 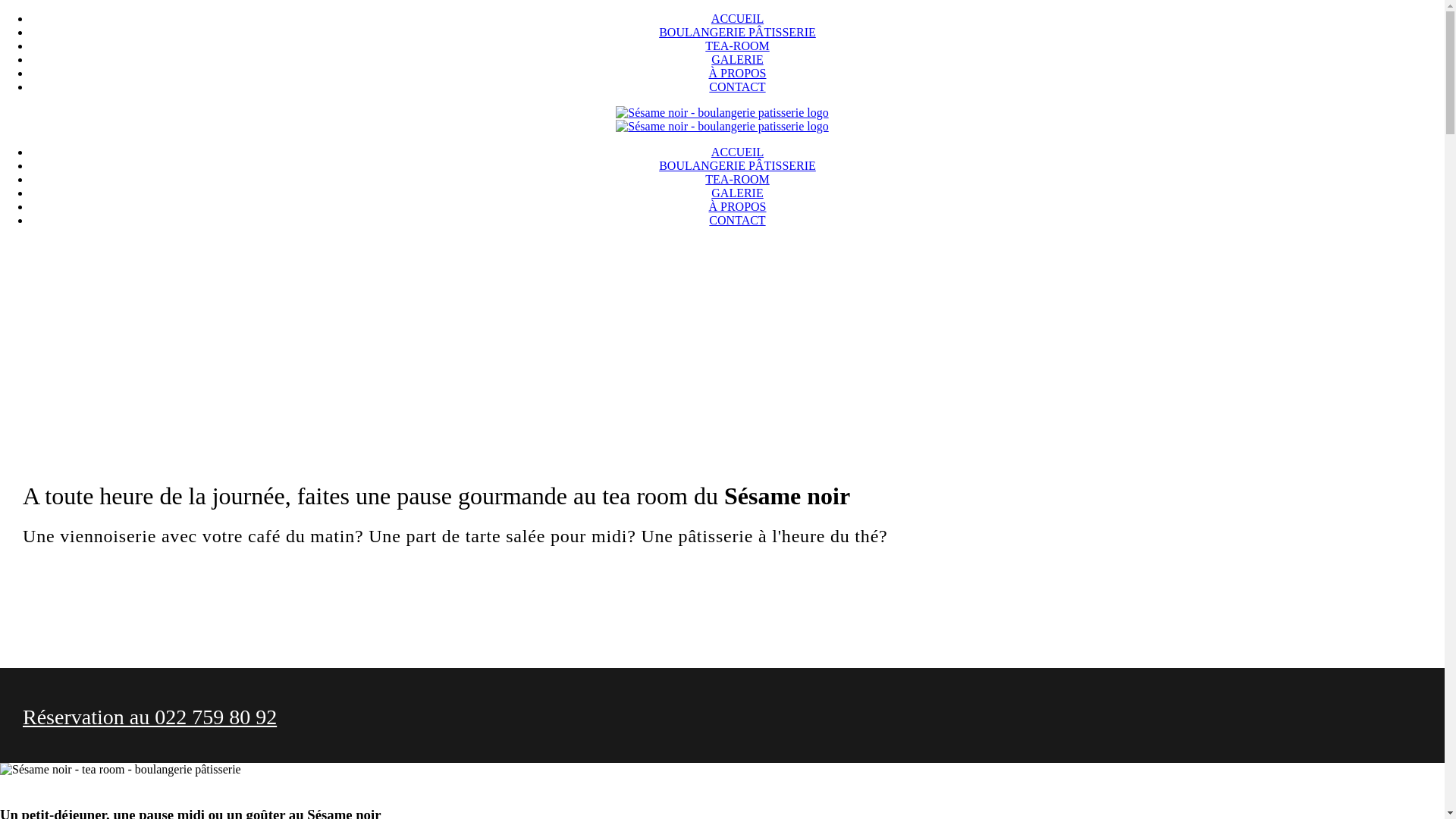 I want to click on 'TEA-ROOM', so click(x=736, y=178).